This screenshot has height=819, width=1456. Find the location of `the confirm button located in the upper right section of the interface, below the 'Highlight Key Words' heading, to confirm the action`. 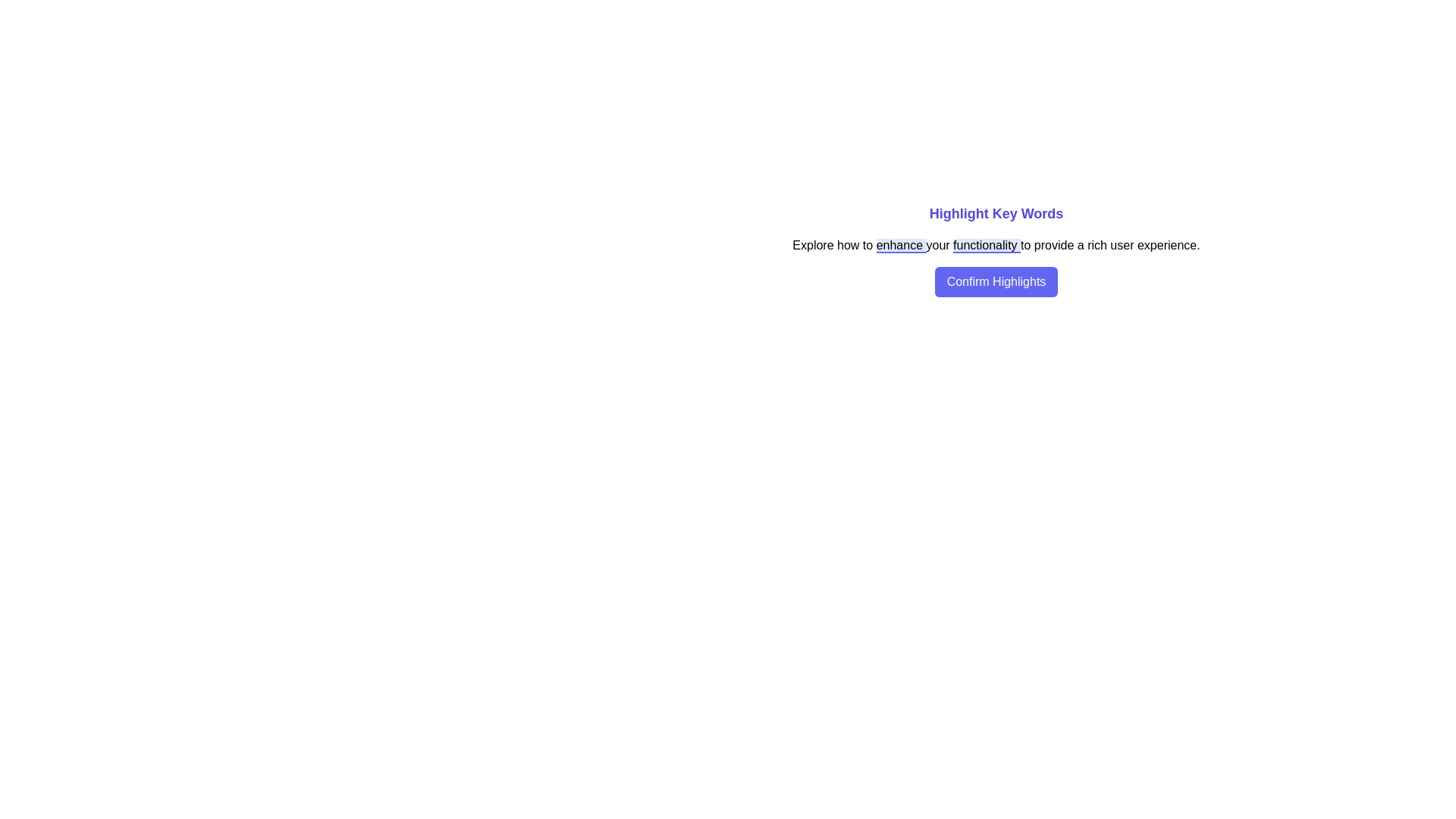

the confirm button located in the upper right section of the interface, below the 'Highlight Key Words' heading, to confirm the action is located at coordinates (996, 281).